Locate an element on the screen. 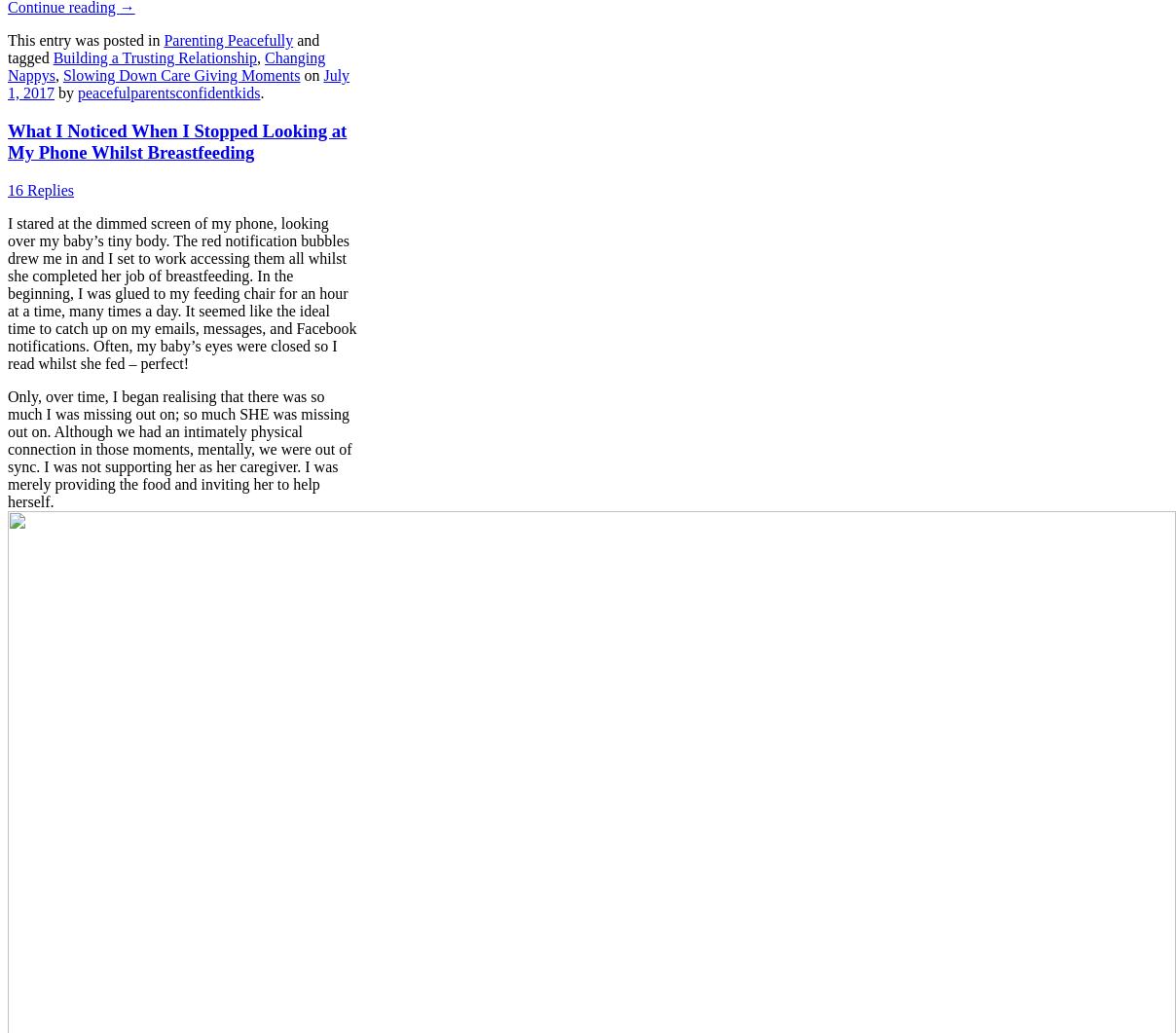 This screenshot has width=1176, height=1033. '.' is located at coordinates (262, 92).